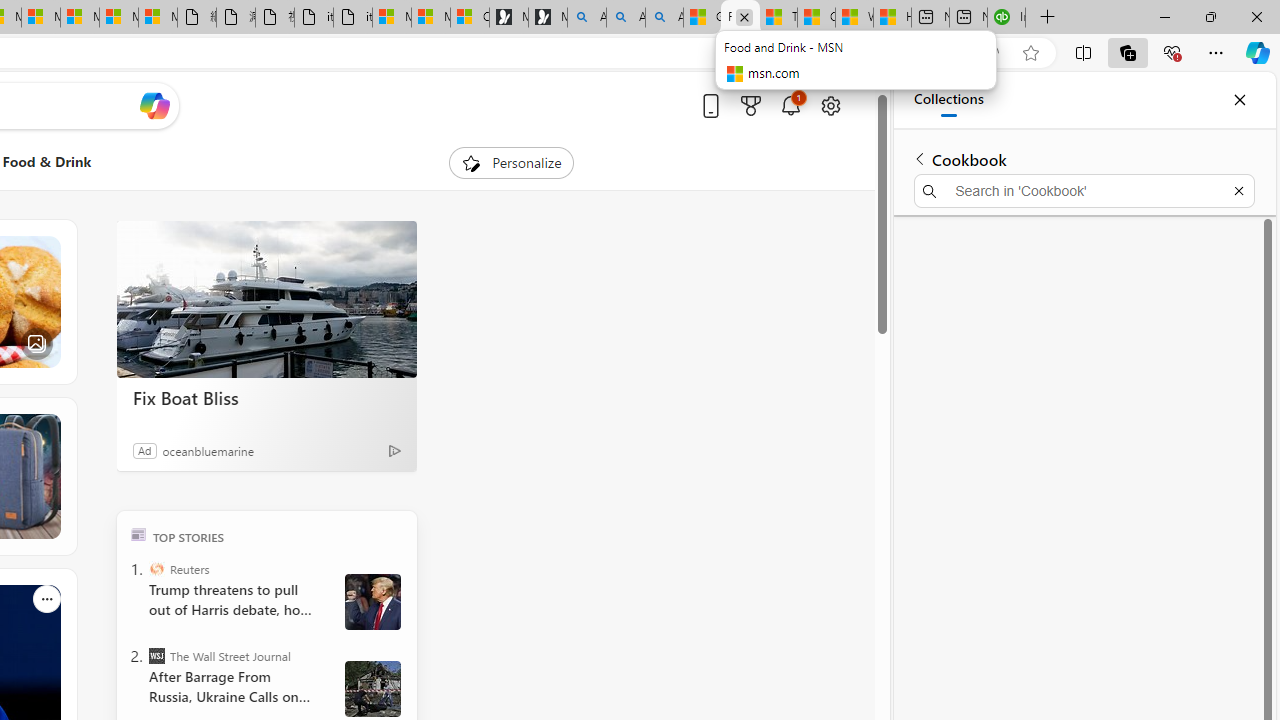 The height and width of the screenshot is (720, 1280). Describe the element at coordinates (208, 450) in the screenshot. I see `'oceanbluemarine'` at that location.